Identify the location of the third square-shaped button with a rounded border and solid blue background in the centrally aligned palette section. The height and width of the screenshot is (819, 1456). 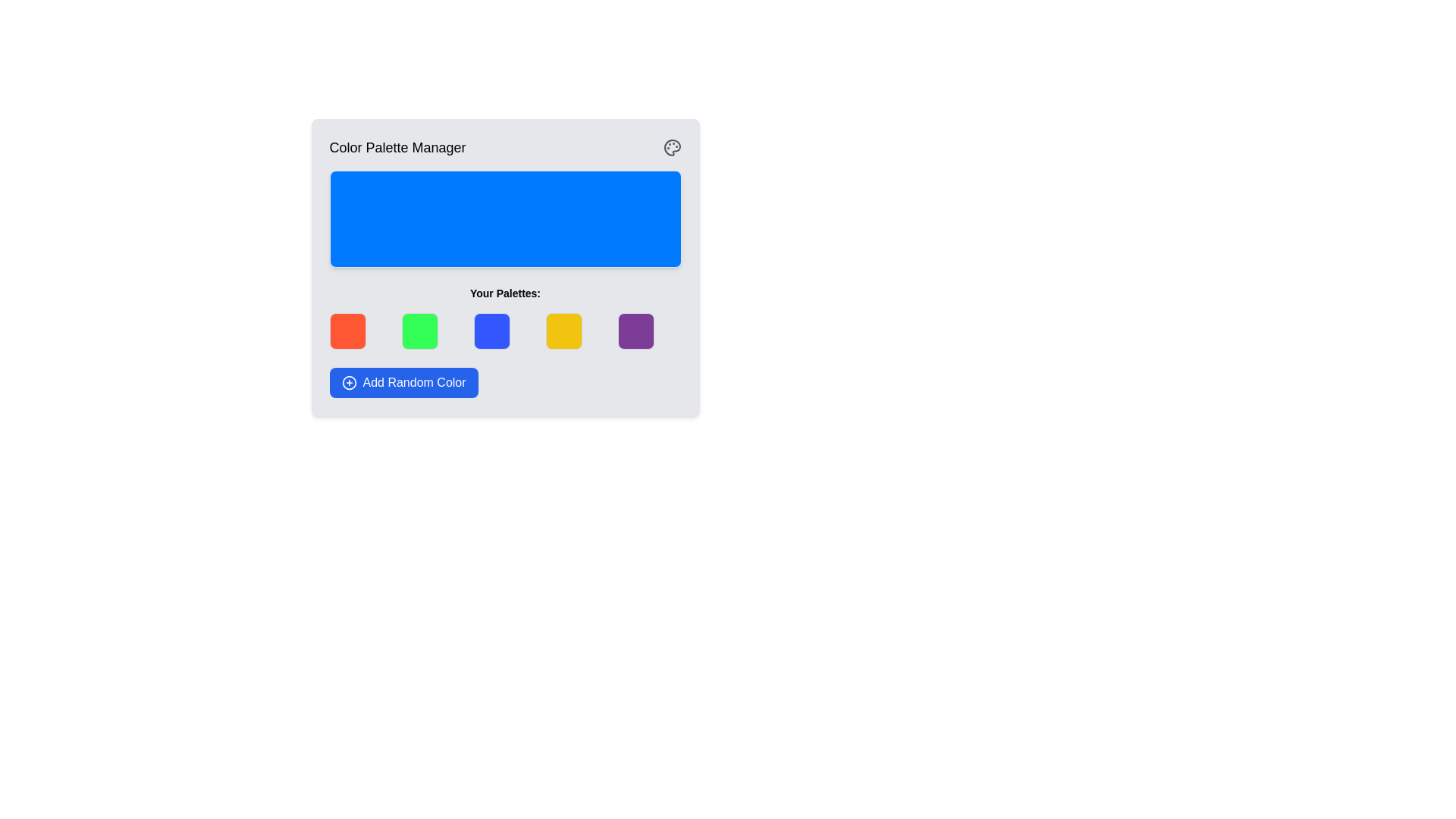
(491, 330).